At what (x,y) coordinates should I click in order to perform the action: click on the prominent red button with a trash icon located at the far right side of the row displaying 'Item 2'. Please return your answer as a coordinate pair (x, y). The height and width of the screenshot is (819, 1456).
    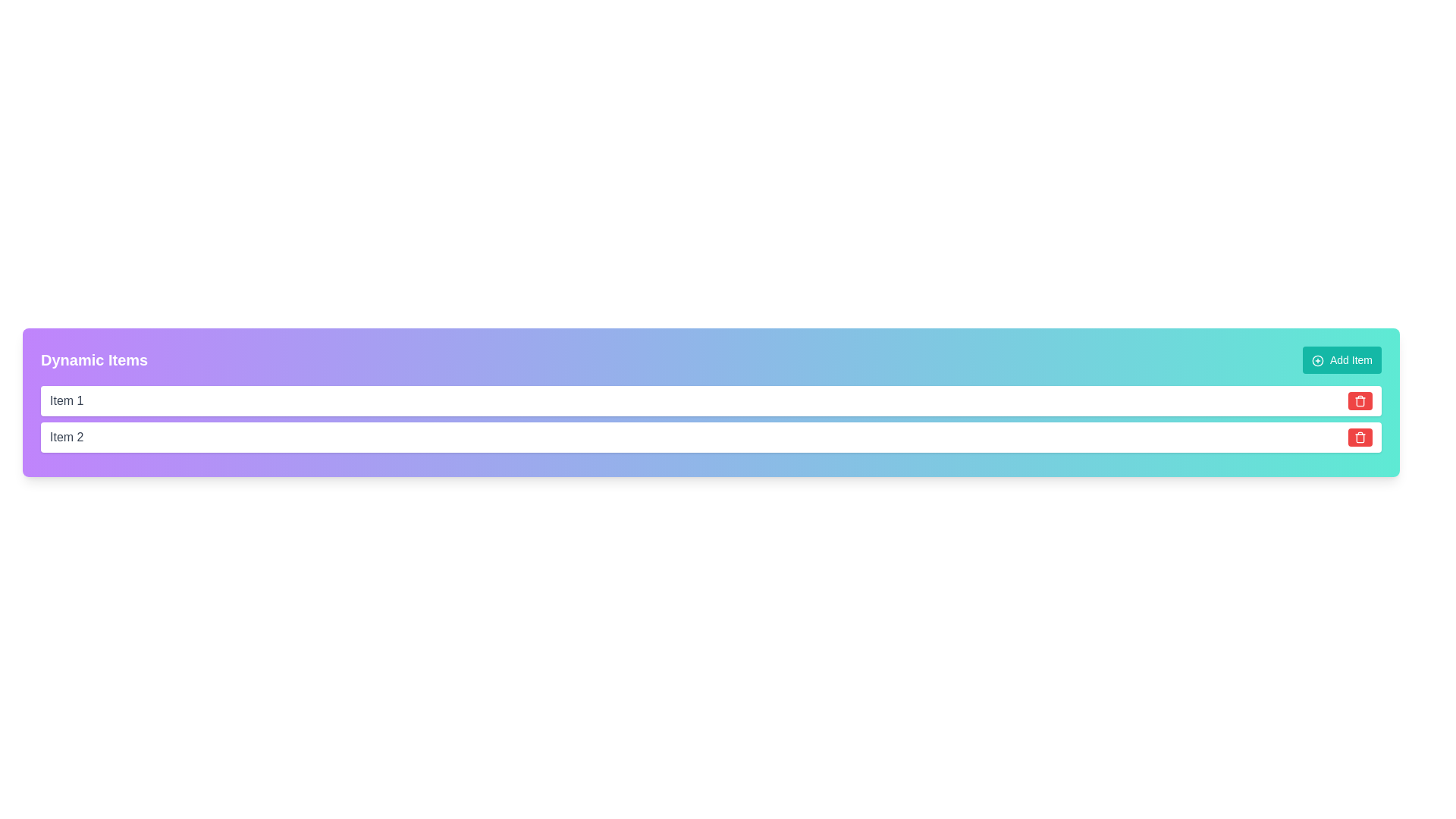
    Looking at the image, I should click on (1360, 438).